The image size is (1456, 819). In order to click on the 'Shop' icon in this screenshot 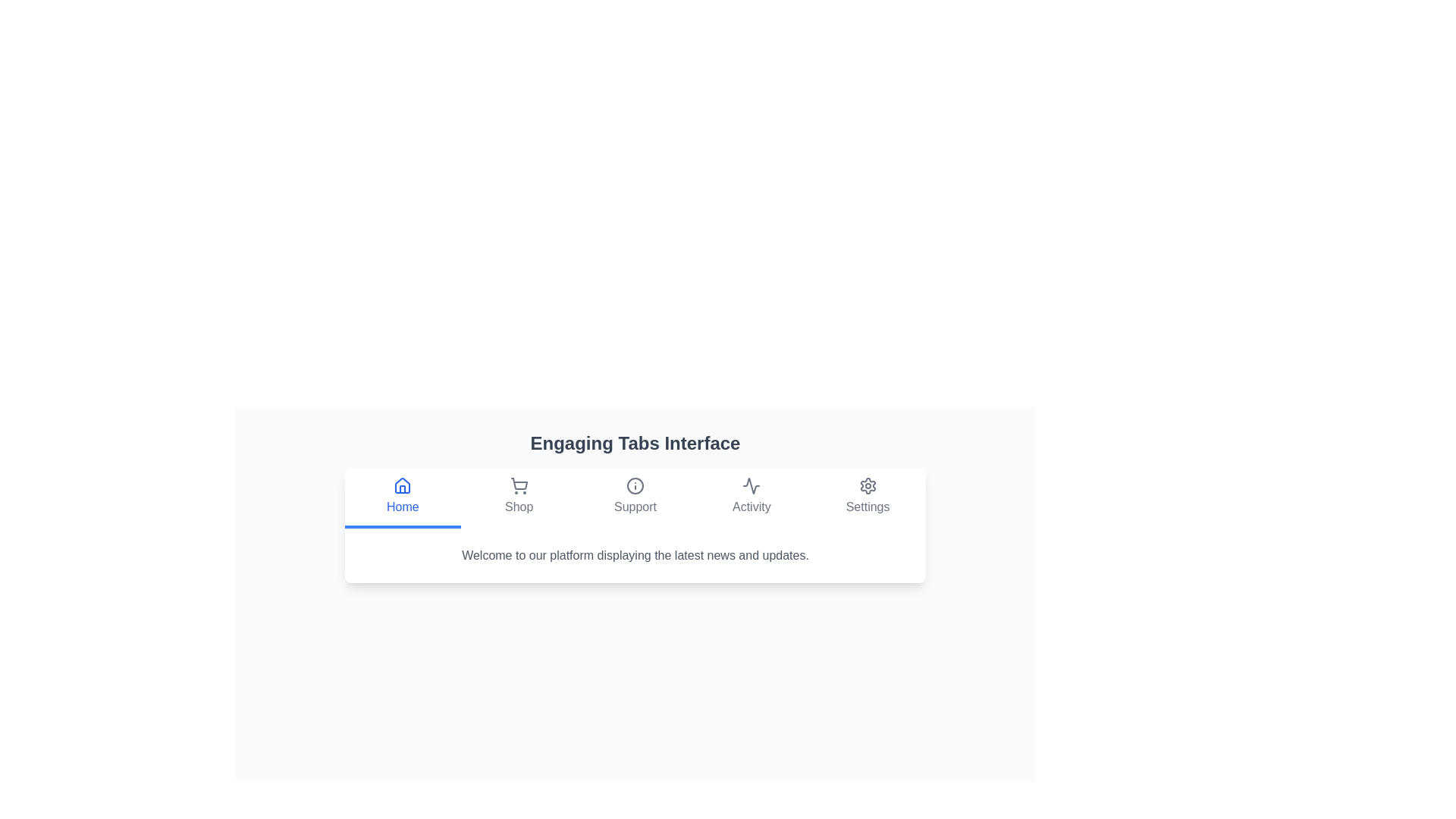, I will do `click(519, 484)`.